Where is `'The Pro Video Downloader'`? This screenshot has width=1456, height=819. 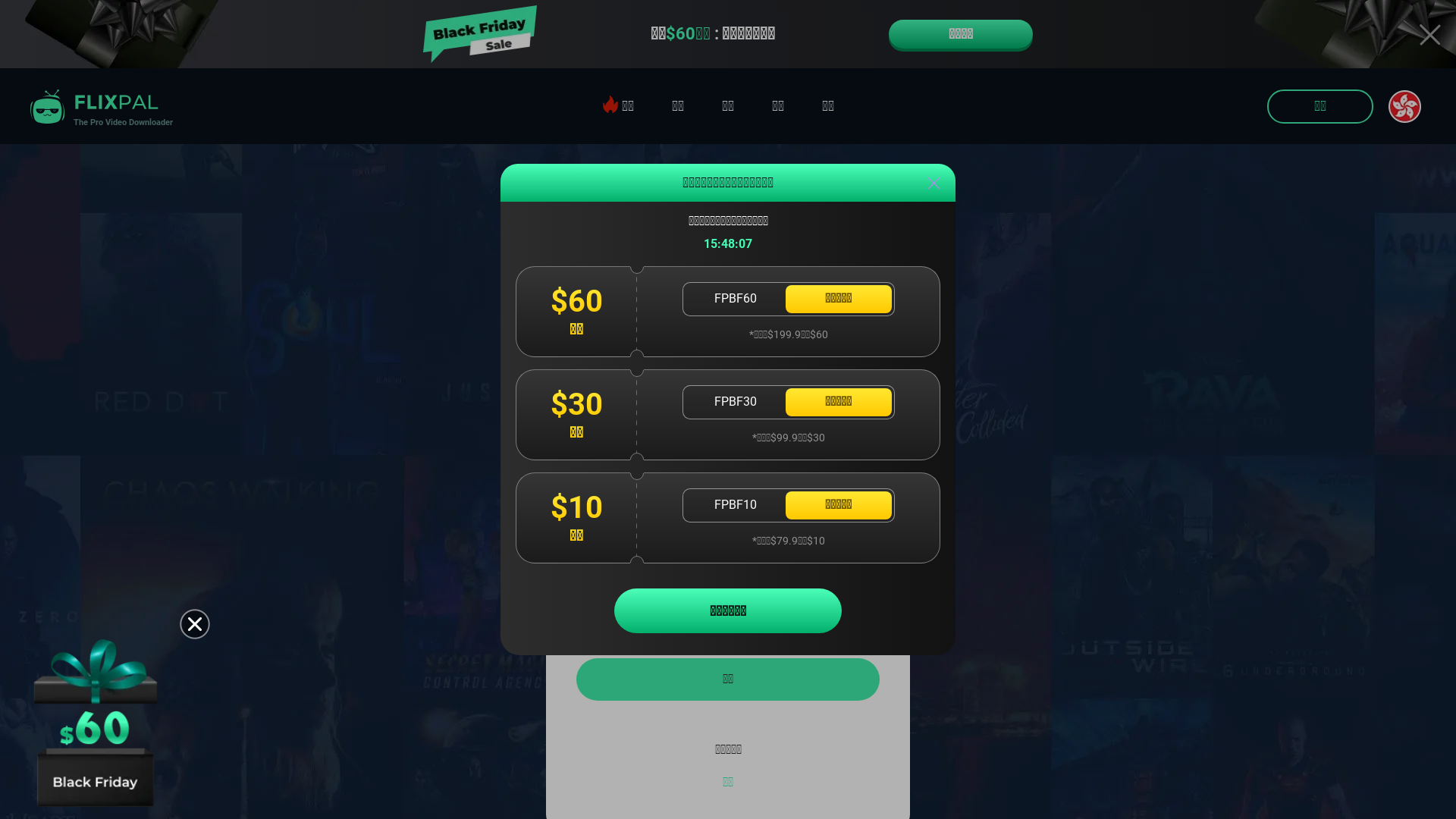
'The Pro Video Downloader' is located at coordinates (97, 105).